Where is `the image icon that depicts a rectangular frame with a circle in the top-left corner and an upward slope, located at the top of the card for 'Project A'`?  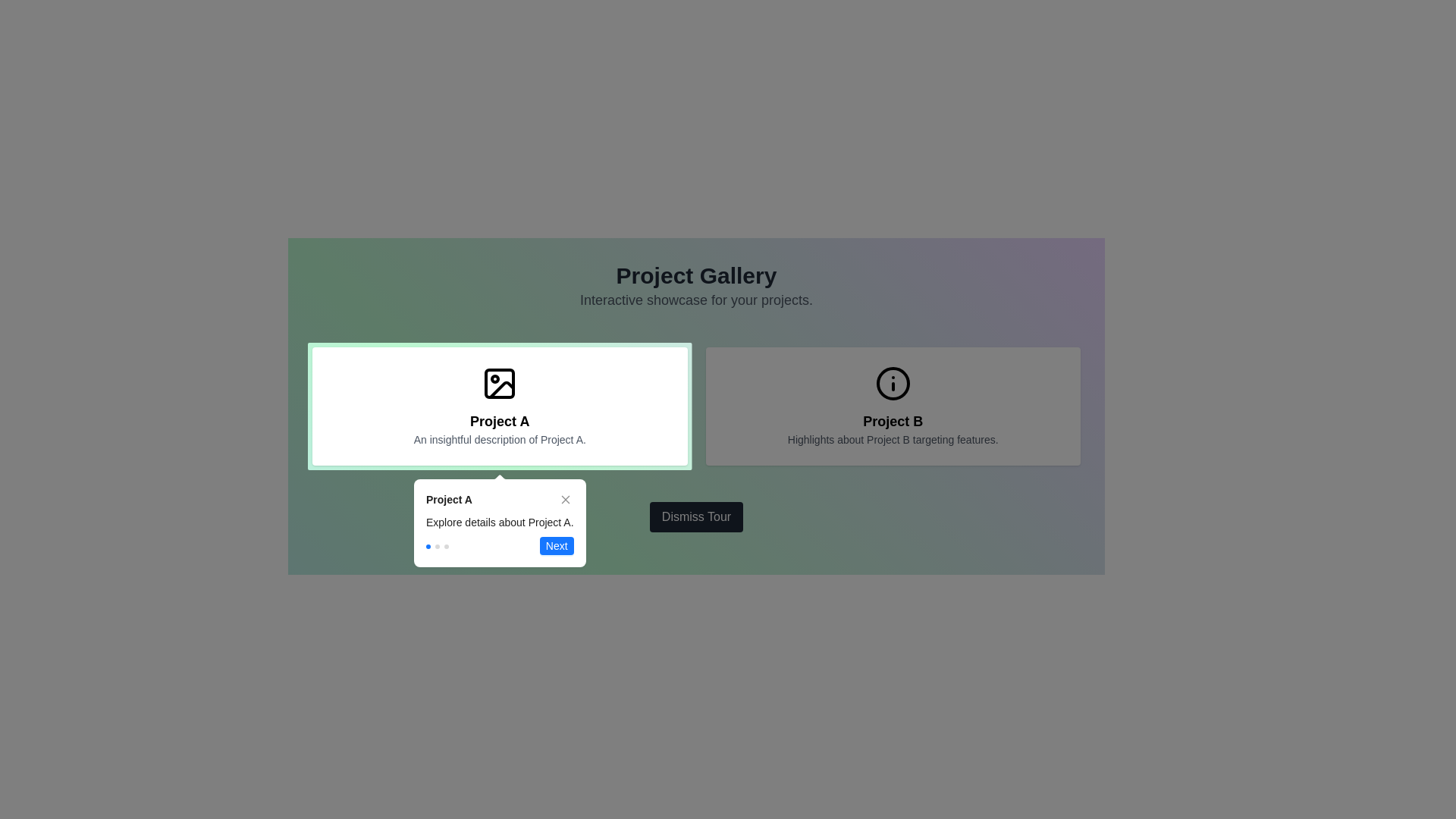 the image icon that depicts a rectangular frame with a circle in the top-left corner and an upward slope, located at the top of the card for 'Project A' is located at coordinates (500, 382).